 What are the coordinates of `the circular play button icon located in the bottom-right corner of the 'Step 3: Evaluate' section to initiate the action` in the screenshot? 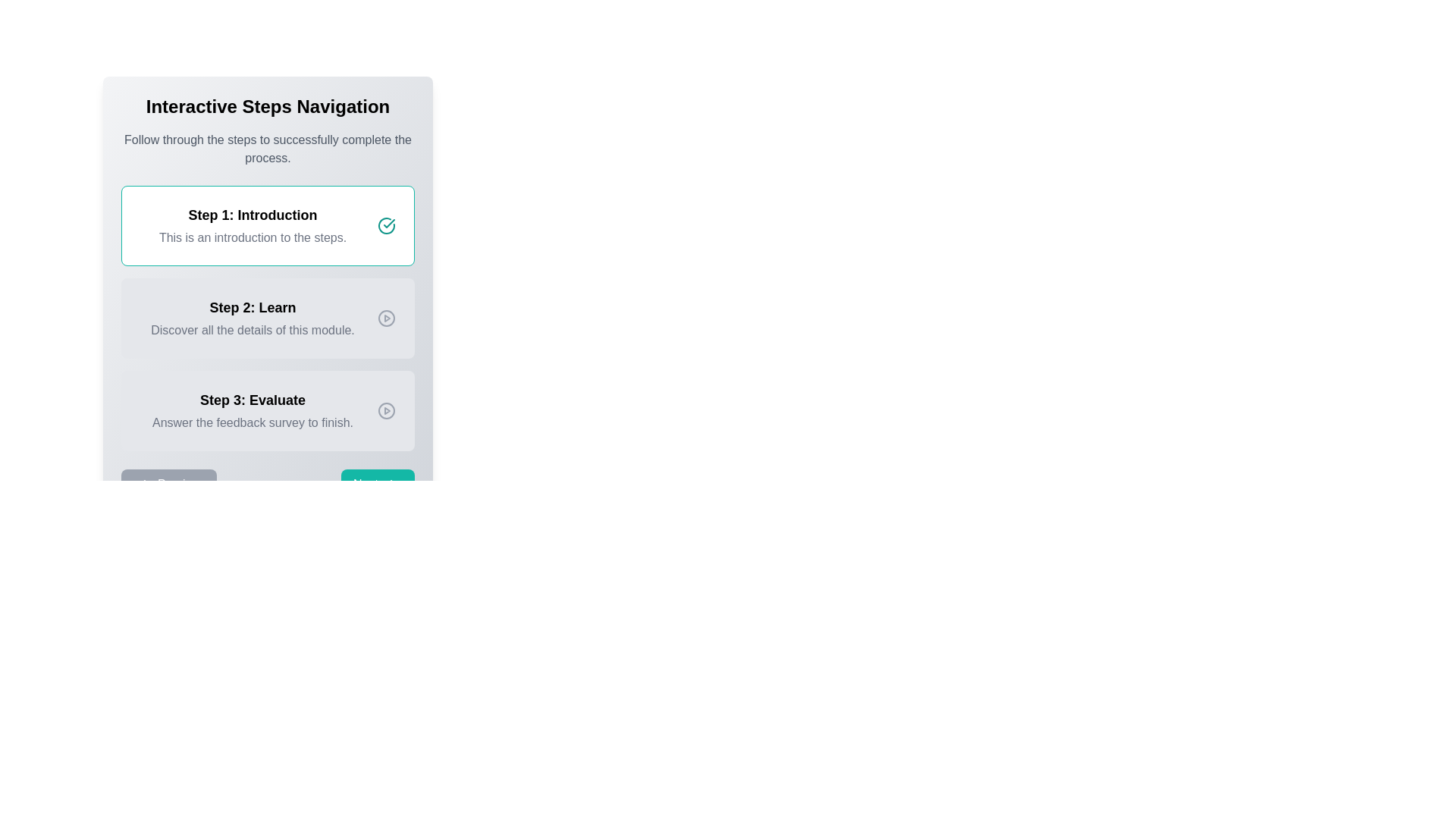 It's located at (386, 411).